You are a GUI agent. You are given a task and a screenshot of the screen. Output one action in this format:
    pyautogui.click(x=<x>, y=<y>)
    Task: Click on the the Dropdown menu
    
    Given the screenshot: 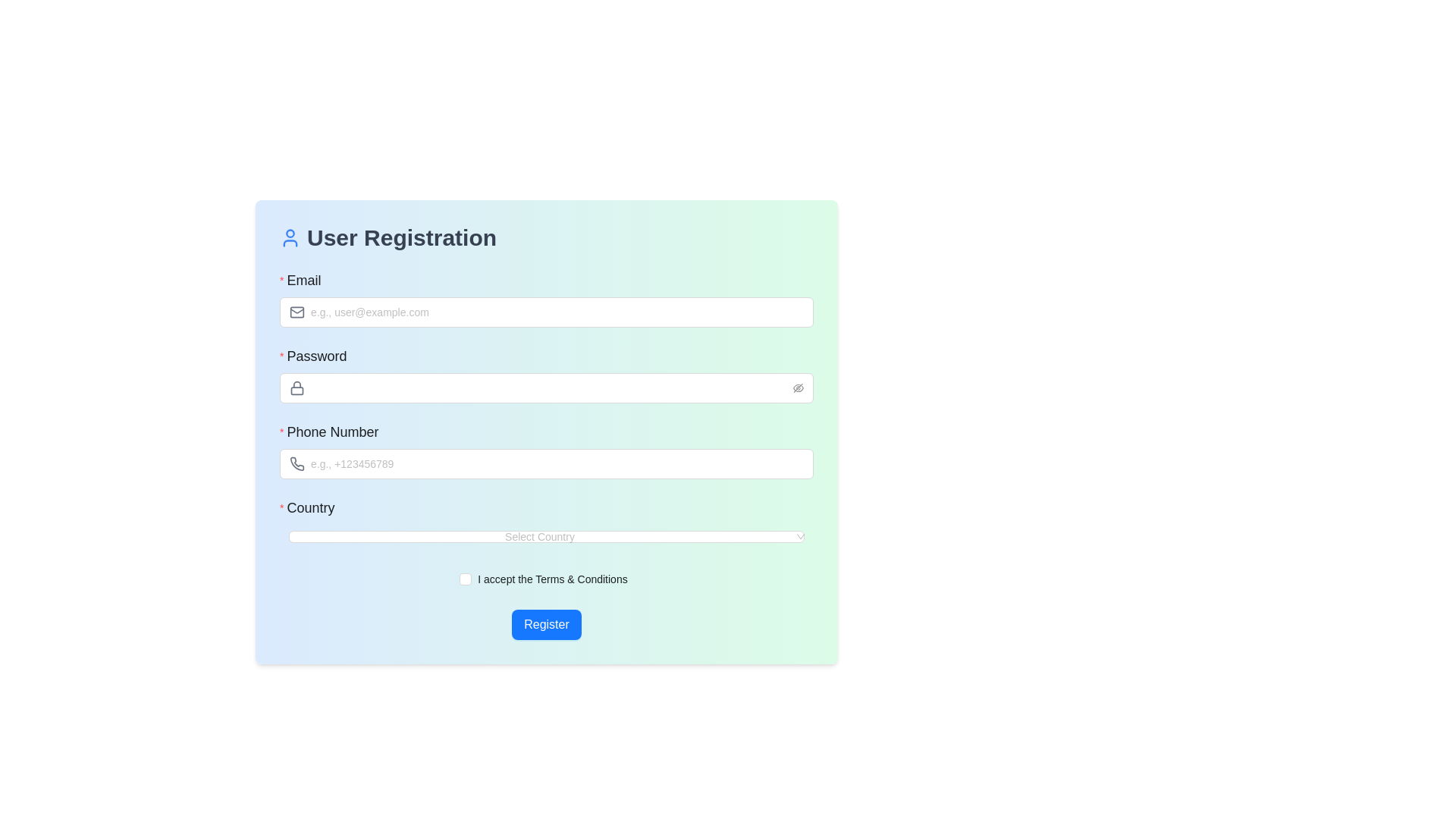 What is the action you would take?
    pyautogui.click(x=546, y=536)
    